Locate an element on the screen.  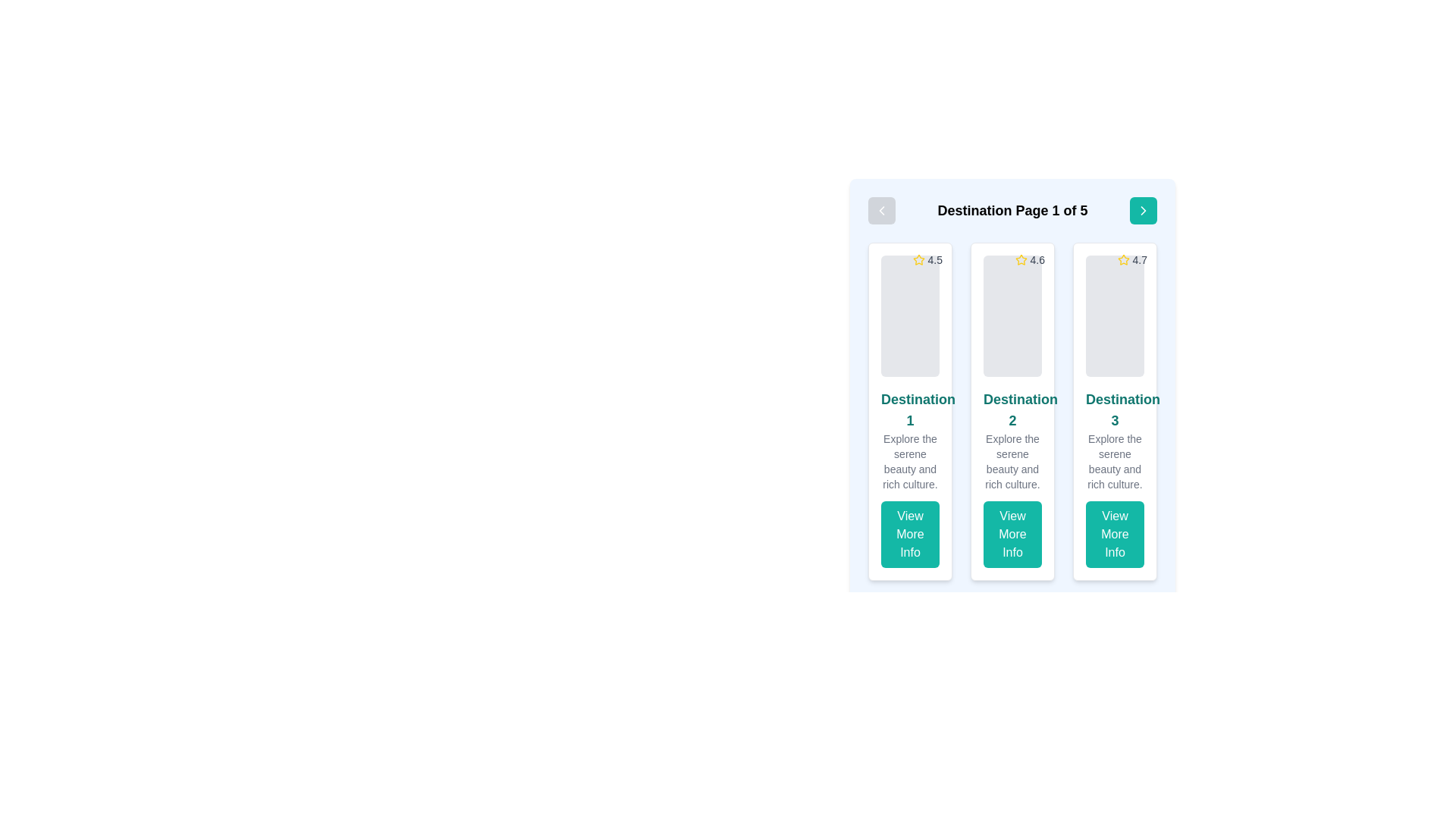
the numerical rating label located at the upper-right corner of the first destination card in the horizontal list is located at coordinates (934, 259).